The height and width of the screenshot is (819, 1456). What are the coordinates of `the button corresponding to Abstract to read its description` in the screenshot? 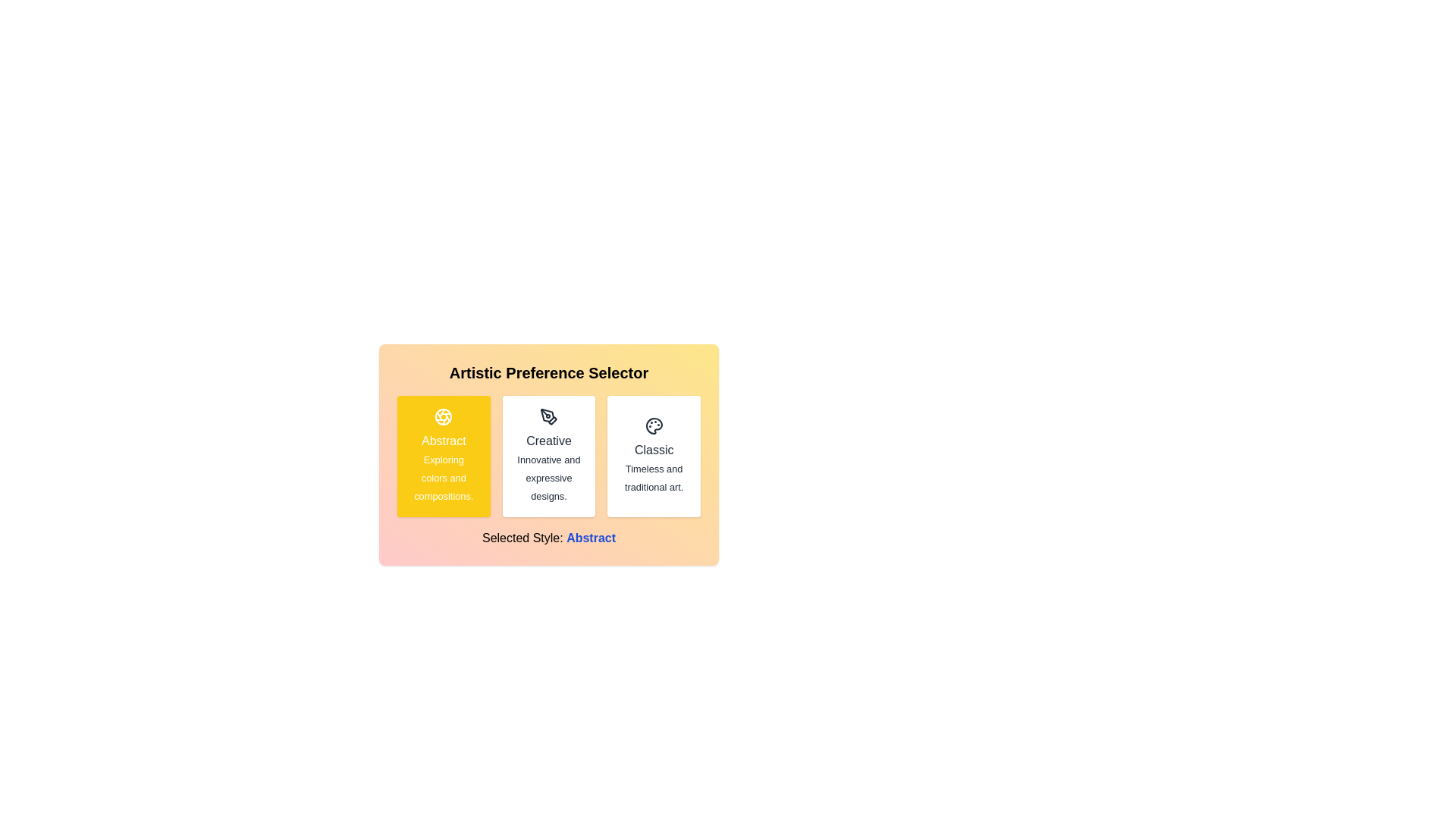 It's located at (443, 455).